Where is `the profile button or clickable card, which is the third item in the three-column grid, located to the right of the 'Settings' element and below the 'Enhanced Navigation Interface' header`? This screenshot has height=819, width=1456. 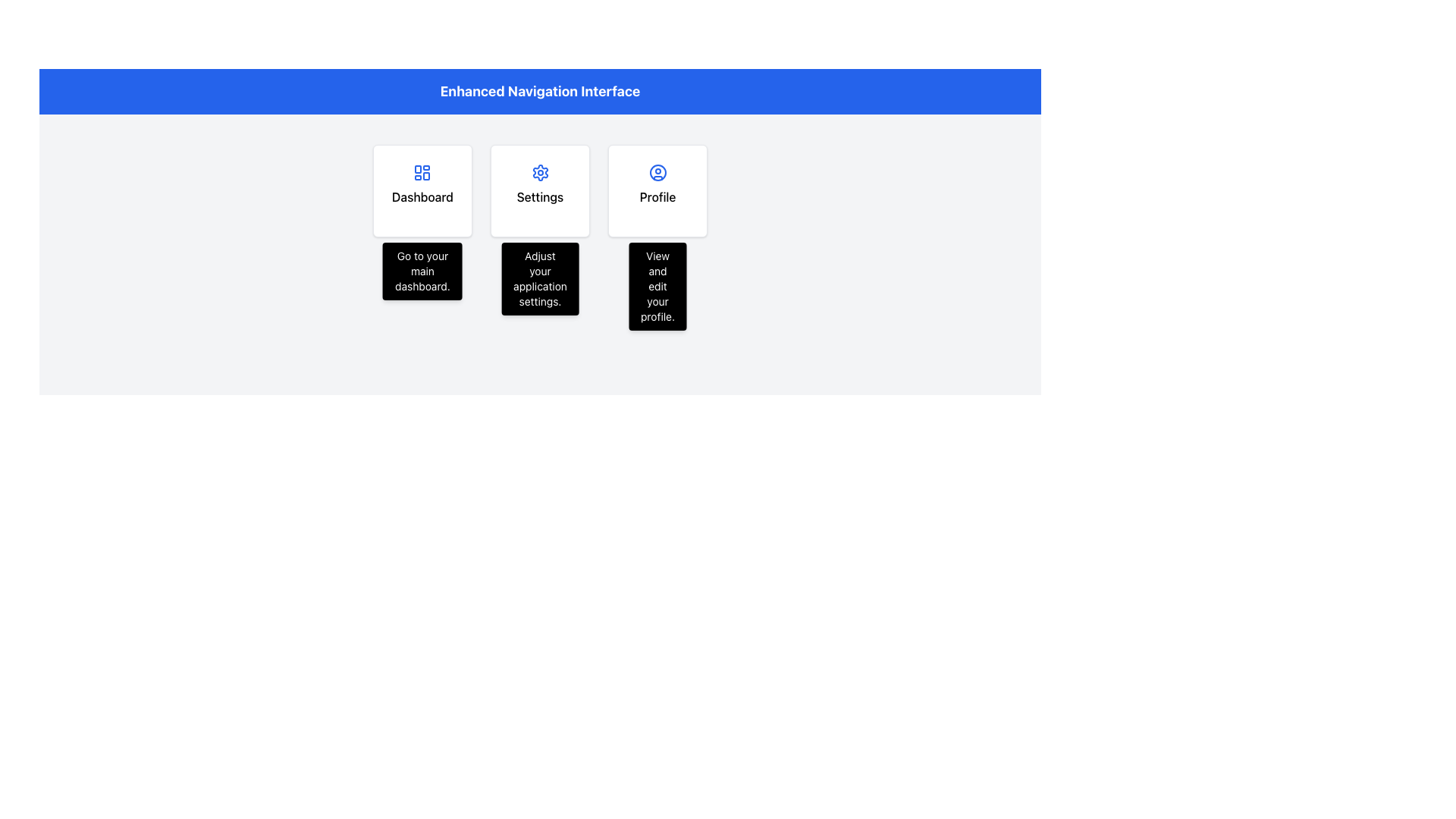 the profile button or clickable card, which is the third item in the three-column grid, located to the right of the 'Settings' element and below the 'Enhanced Navigation Interface' header is located at coordinates (657, 190).